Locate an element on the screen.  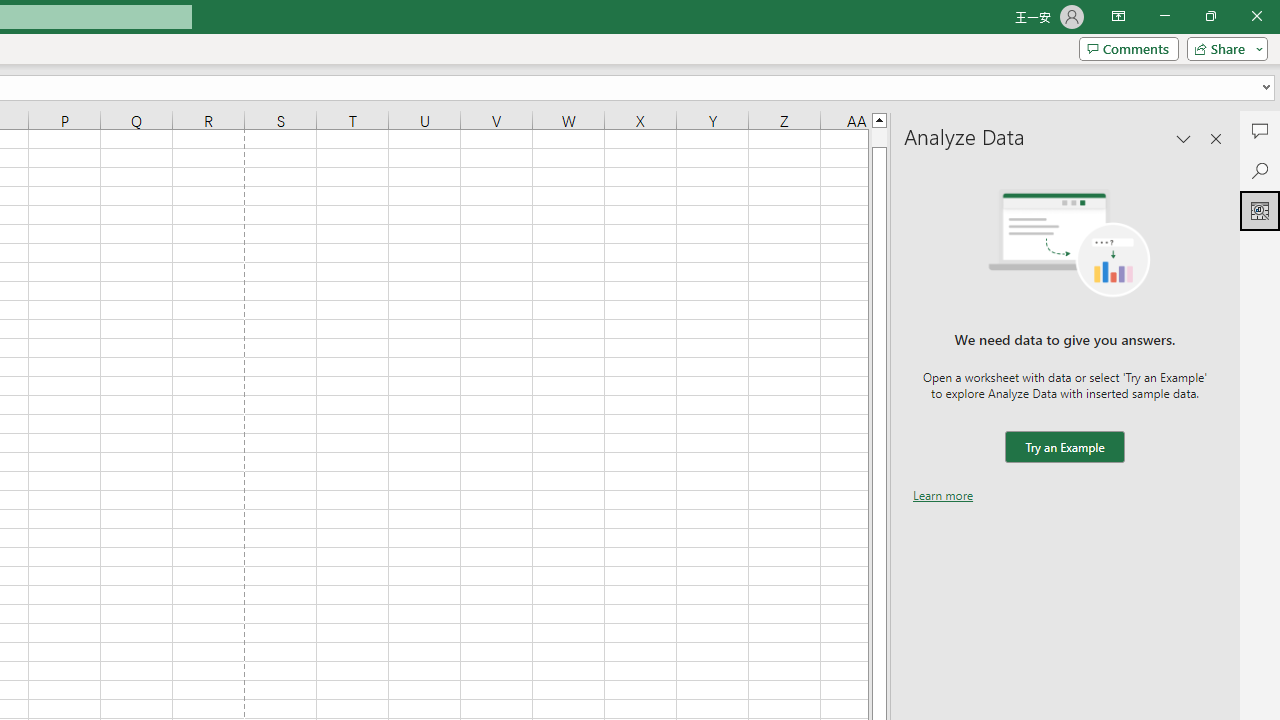
'Close pane' is located at coordinates (1215, 137).